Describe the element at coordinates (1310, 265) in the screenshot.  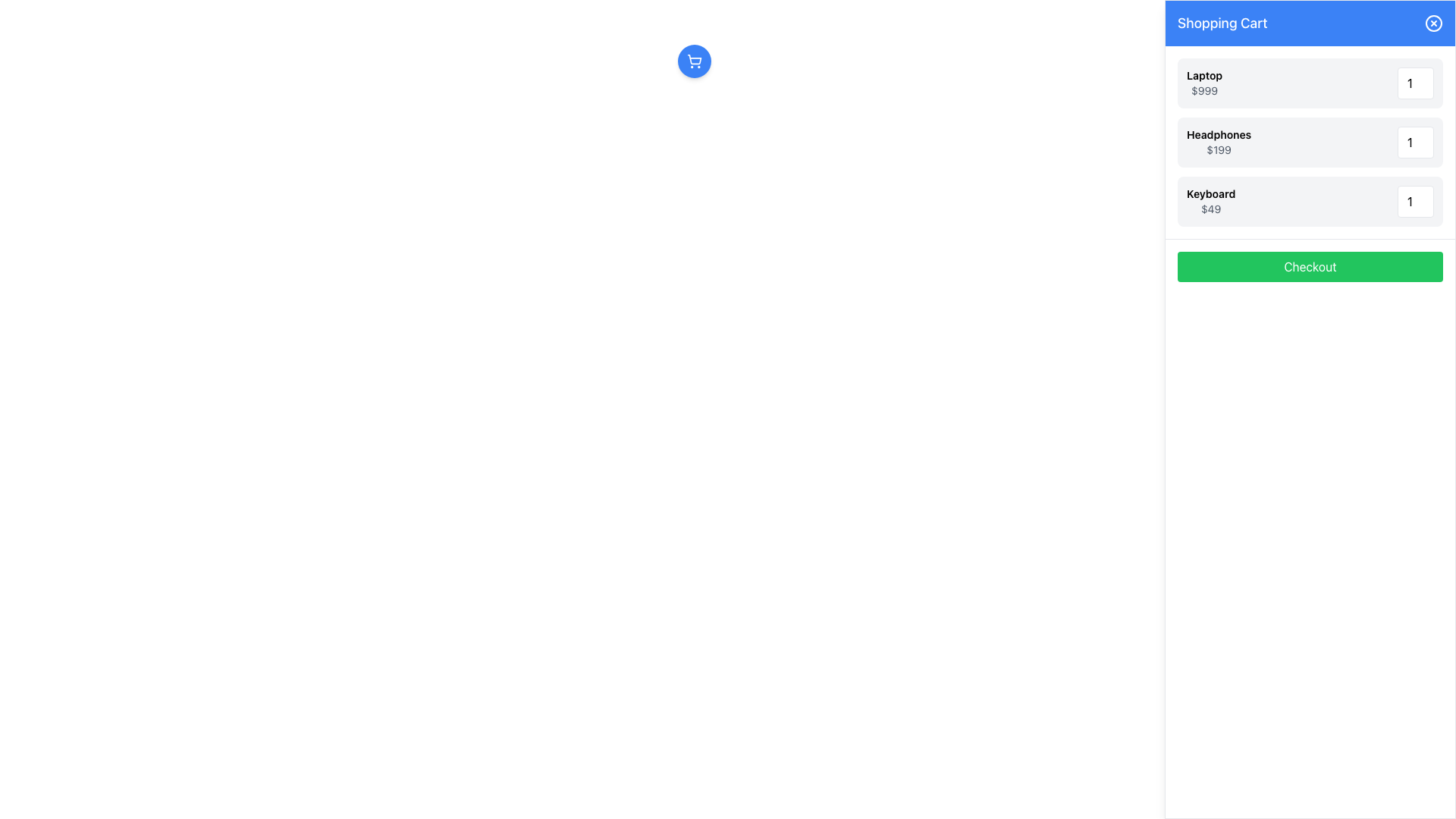
I see `the checkout button located at the bottom of the shopping cart panel` at that location.